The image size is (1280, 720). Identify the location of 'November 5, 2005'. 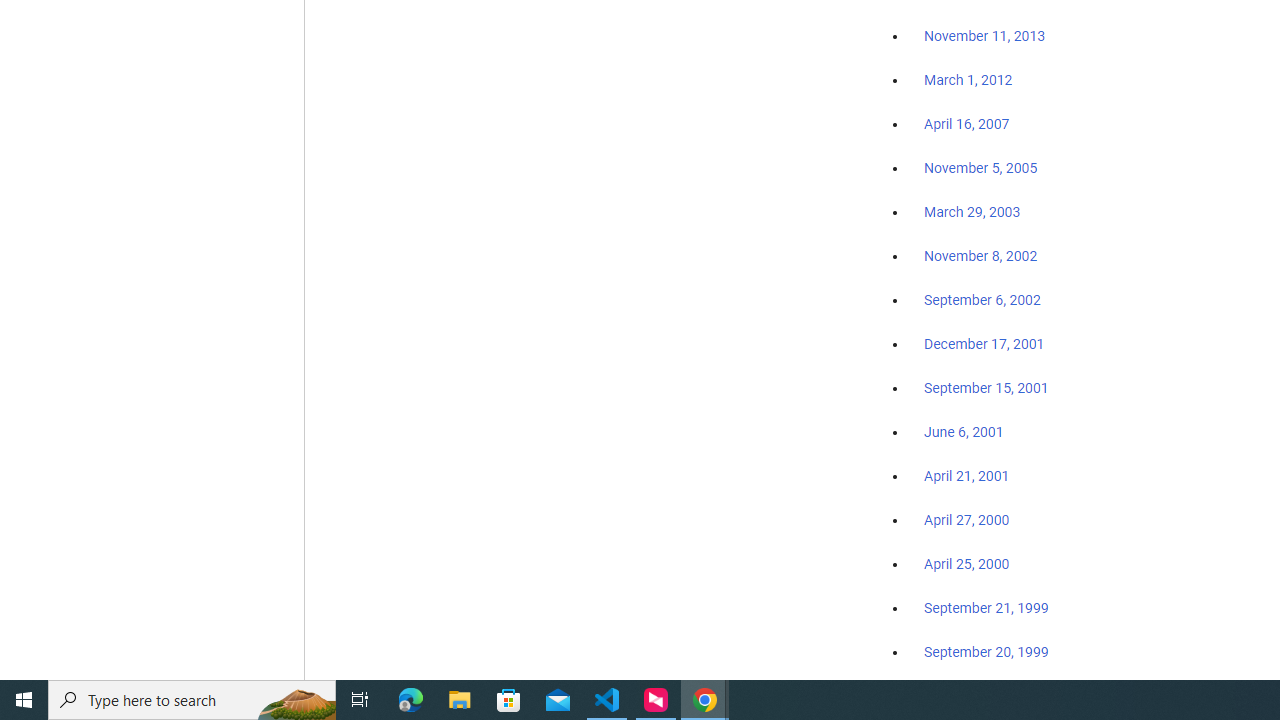
(981, 167).